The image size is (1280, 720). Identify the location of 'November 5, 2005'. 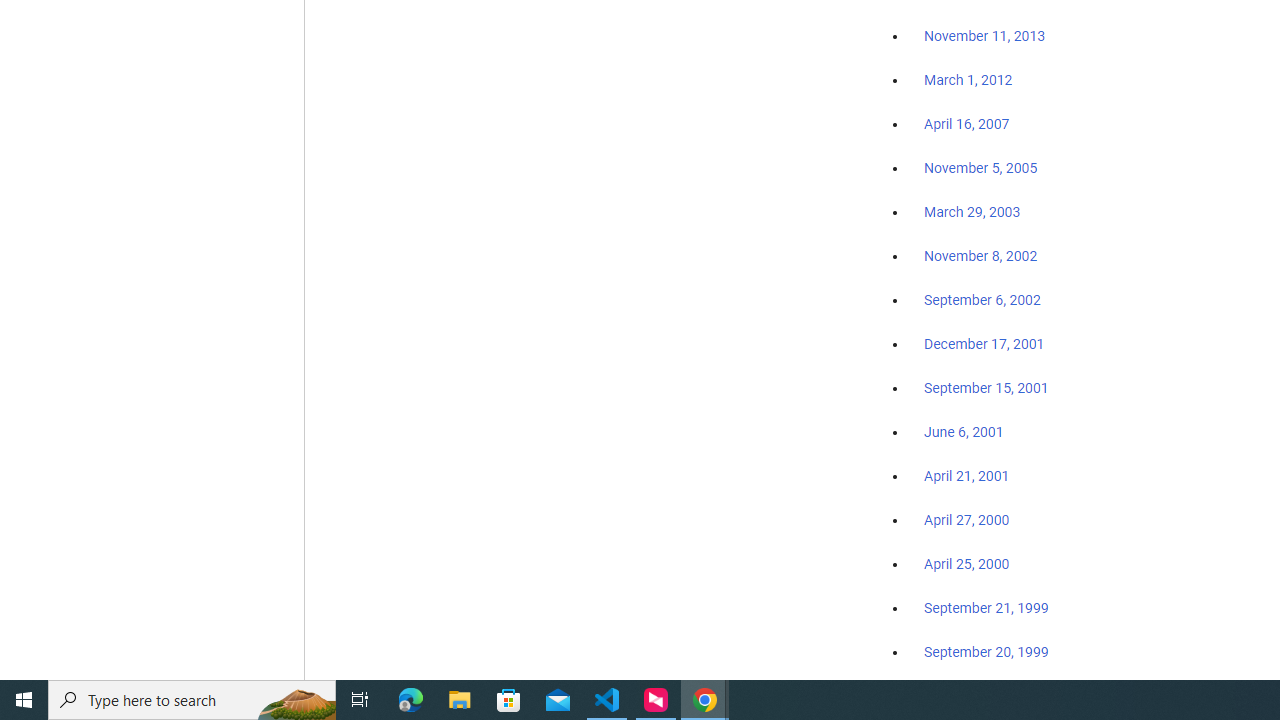
(981, 167).